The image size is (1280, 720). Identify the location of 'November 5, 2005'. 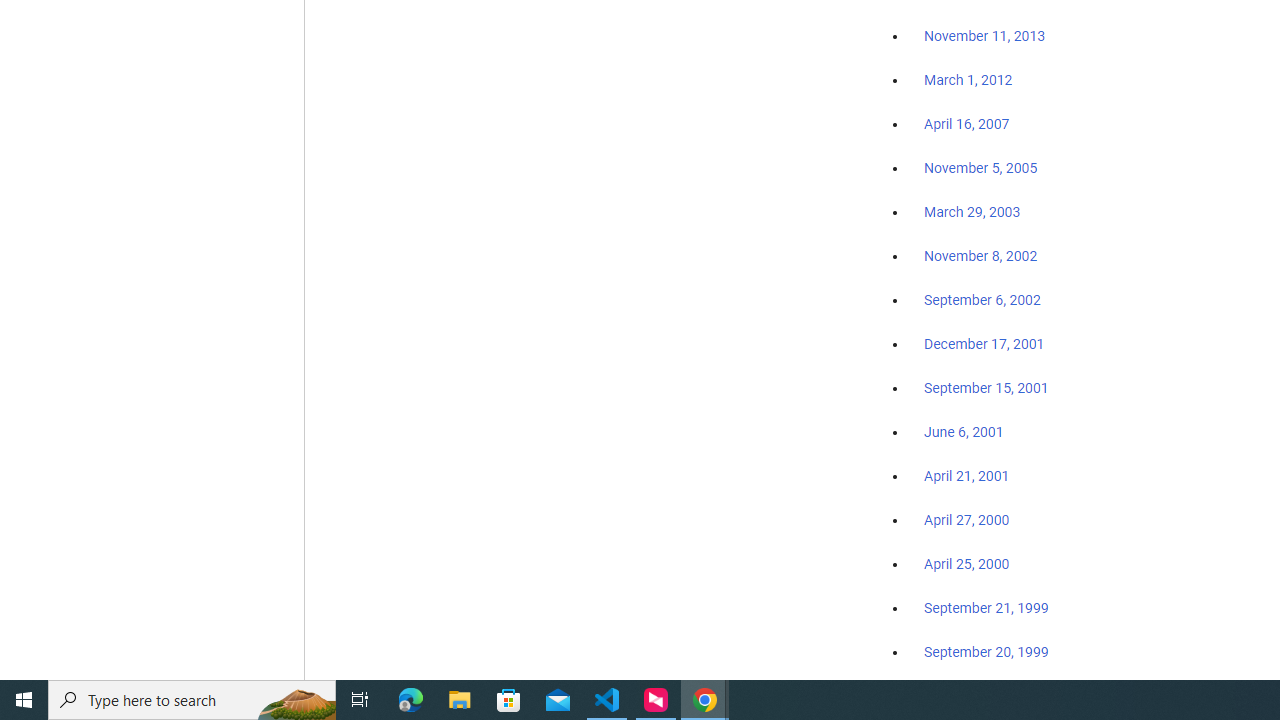
(981, 167).